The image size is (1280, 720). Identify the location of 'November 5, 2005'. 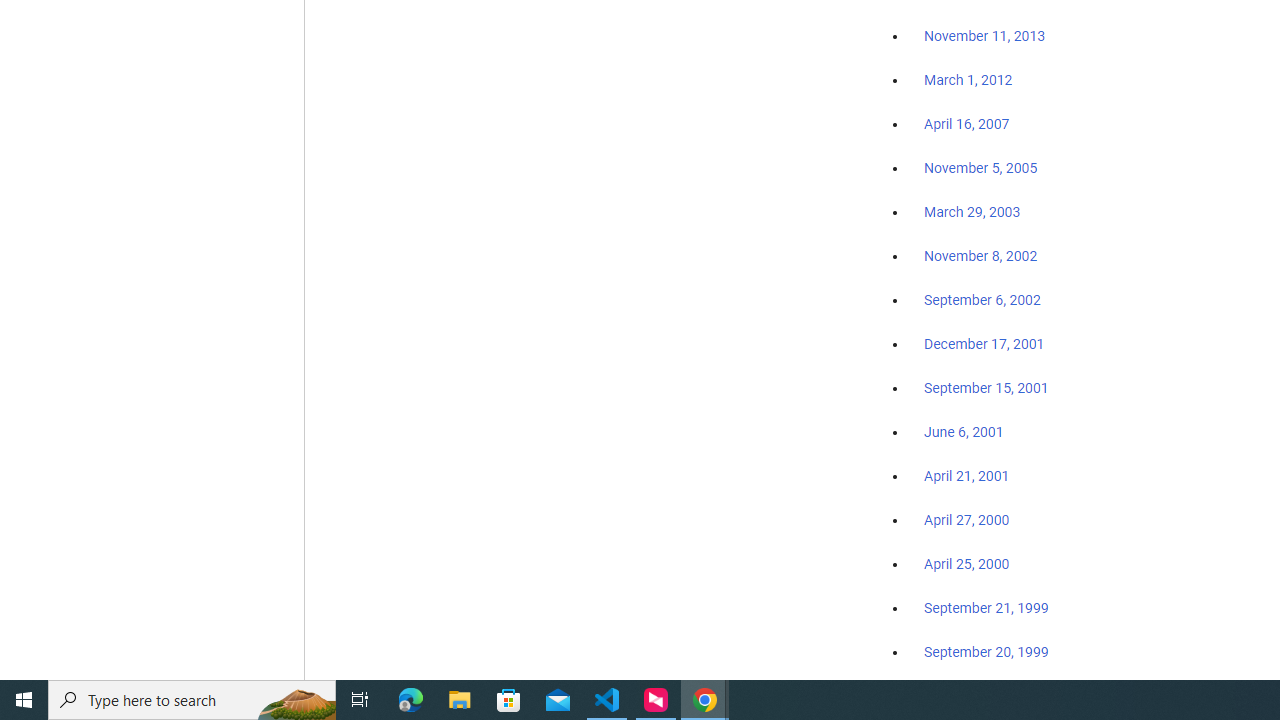
(981, 167).